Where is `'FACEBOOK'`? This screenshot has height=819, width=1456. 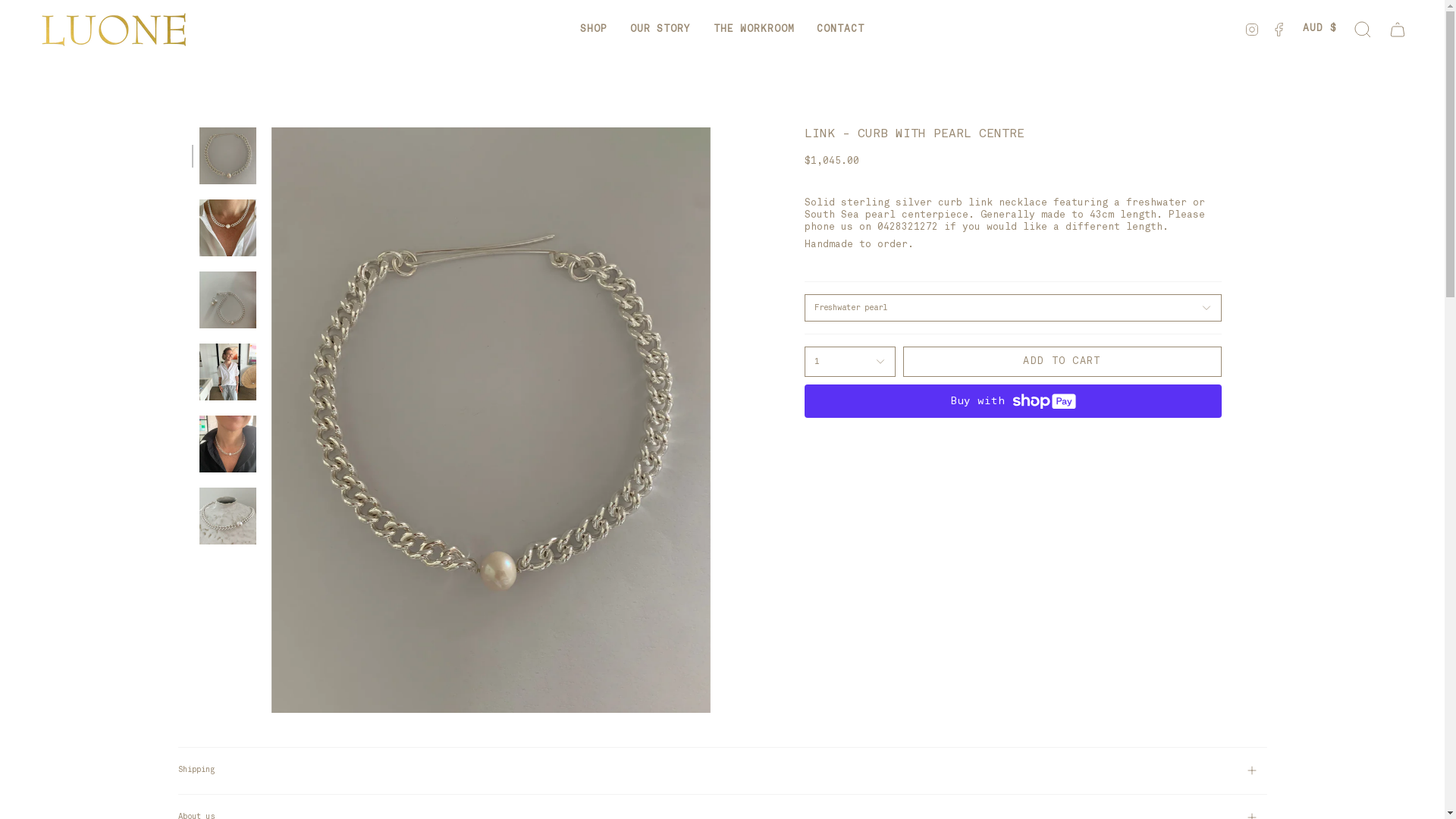 'FACEBOOK' is located at coordinates (1278, 29).